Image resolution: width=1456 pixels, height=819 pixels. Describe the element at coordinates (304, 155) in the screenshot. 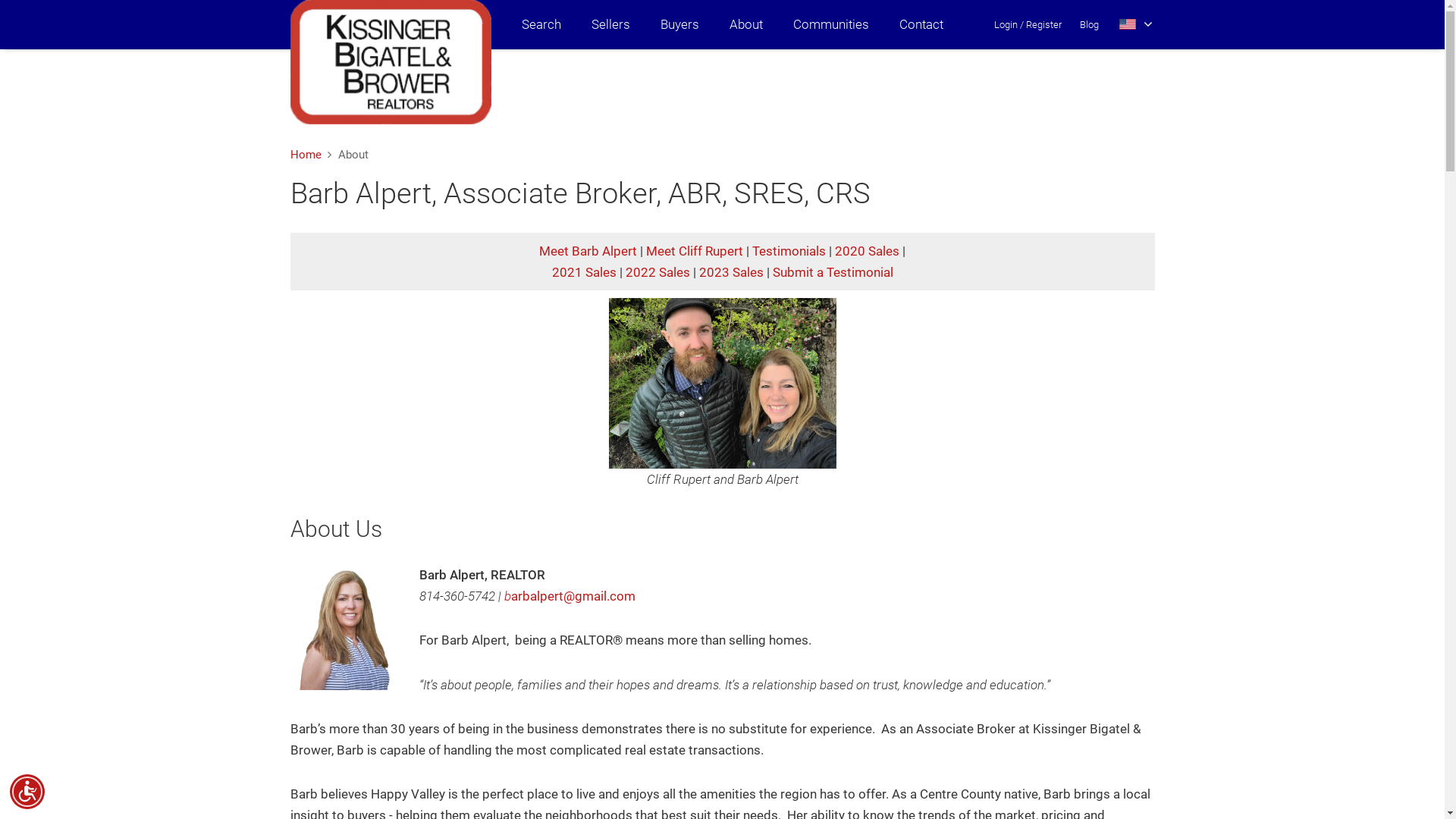

I see `'Home'` at that location.